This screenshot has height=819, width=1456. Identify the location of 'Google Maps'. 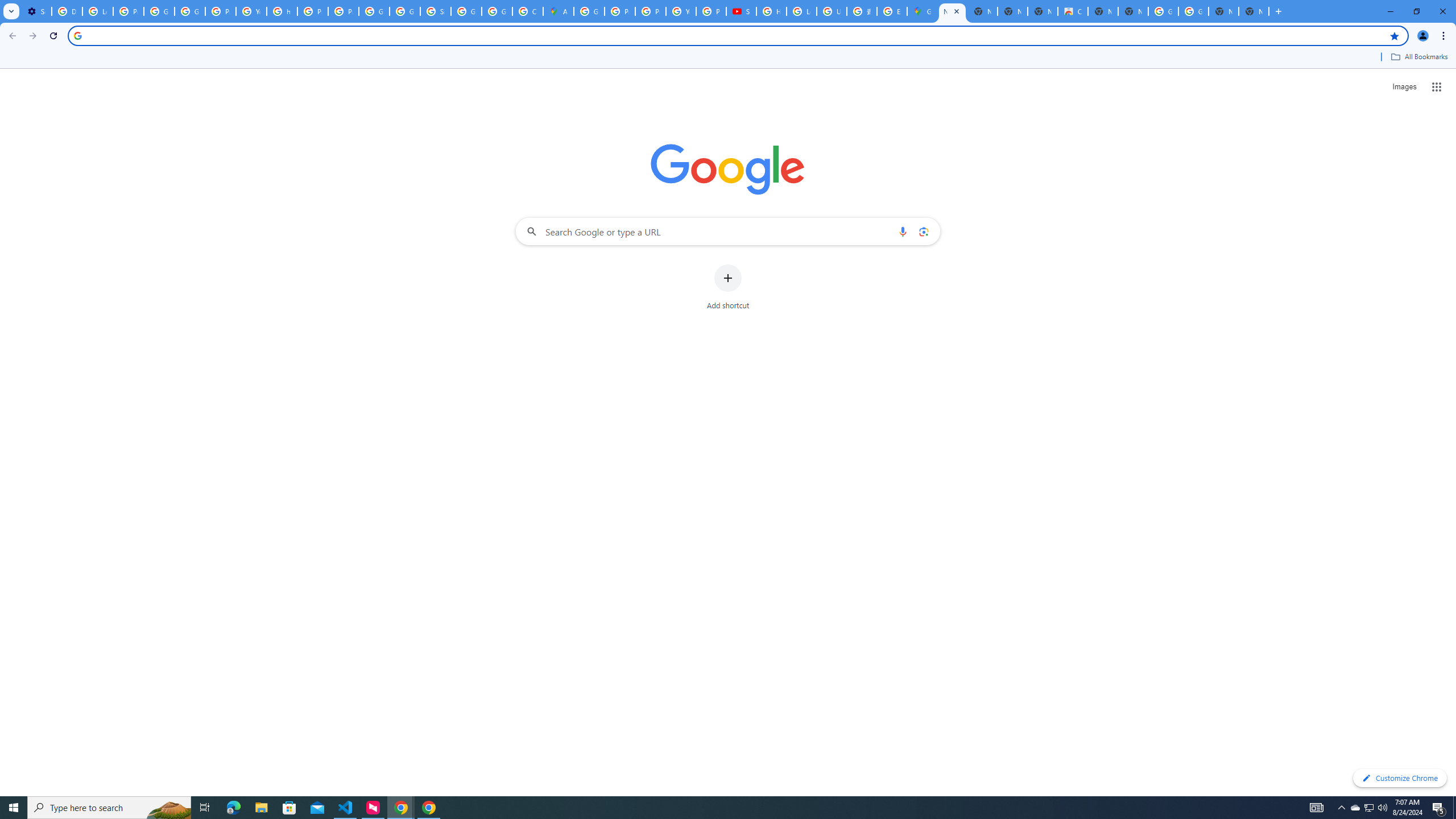
(922, 11).